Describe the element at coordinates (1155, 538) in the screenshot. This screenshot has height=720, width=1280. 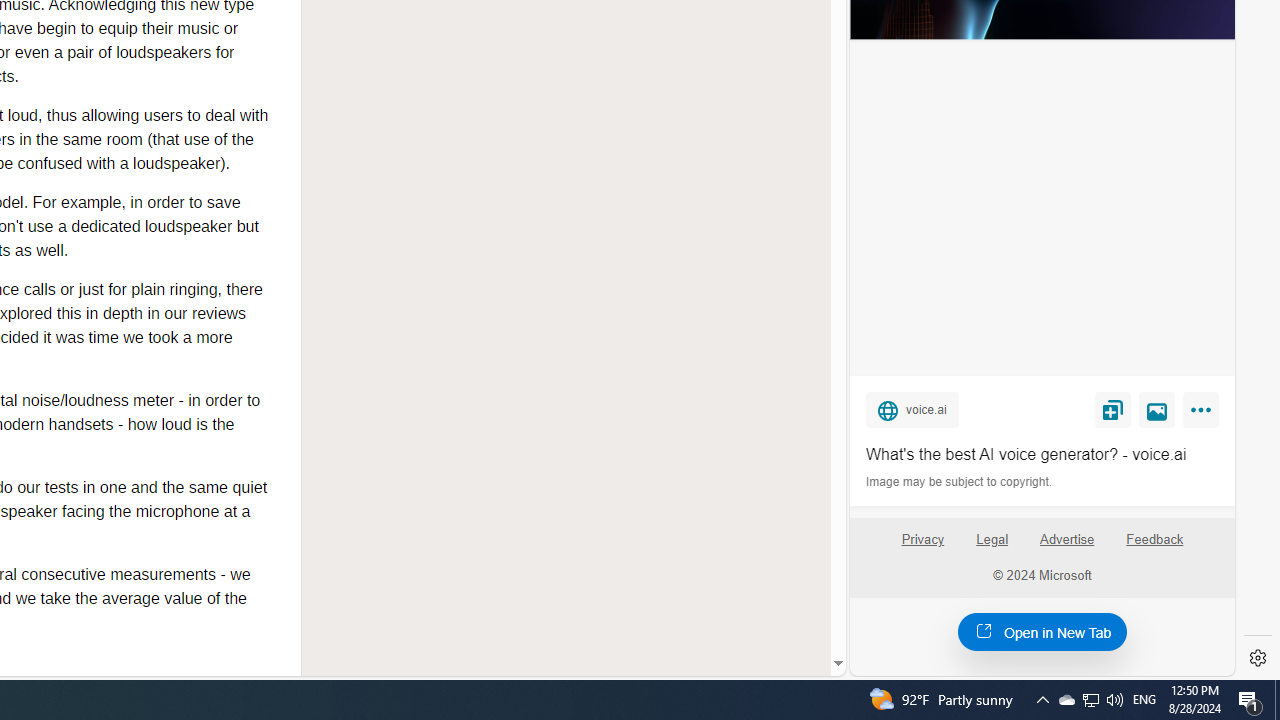
I see `'Feedback'` at that location.